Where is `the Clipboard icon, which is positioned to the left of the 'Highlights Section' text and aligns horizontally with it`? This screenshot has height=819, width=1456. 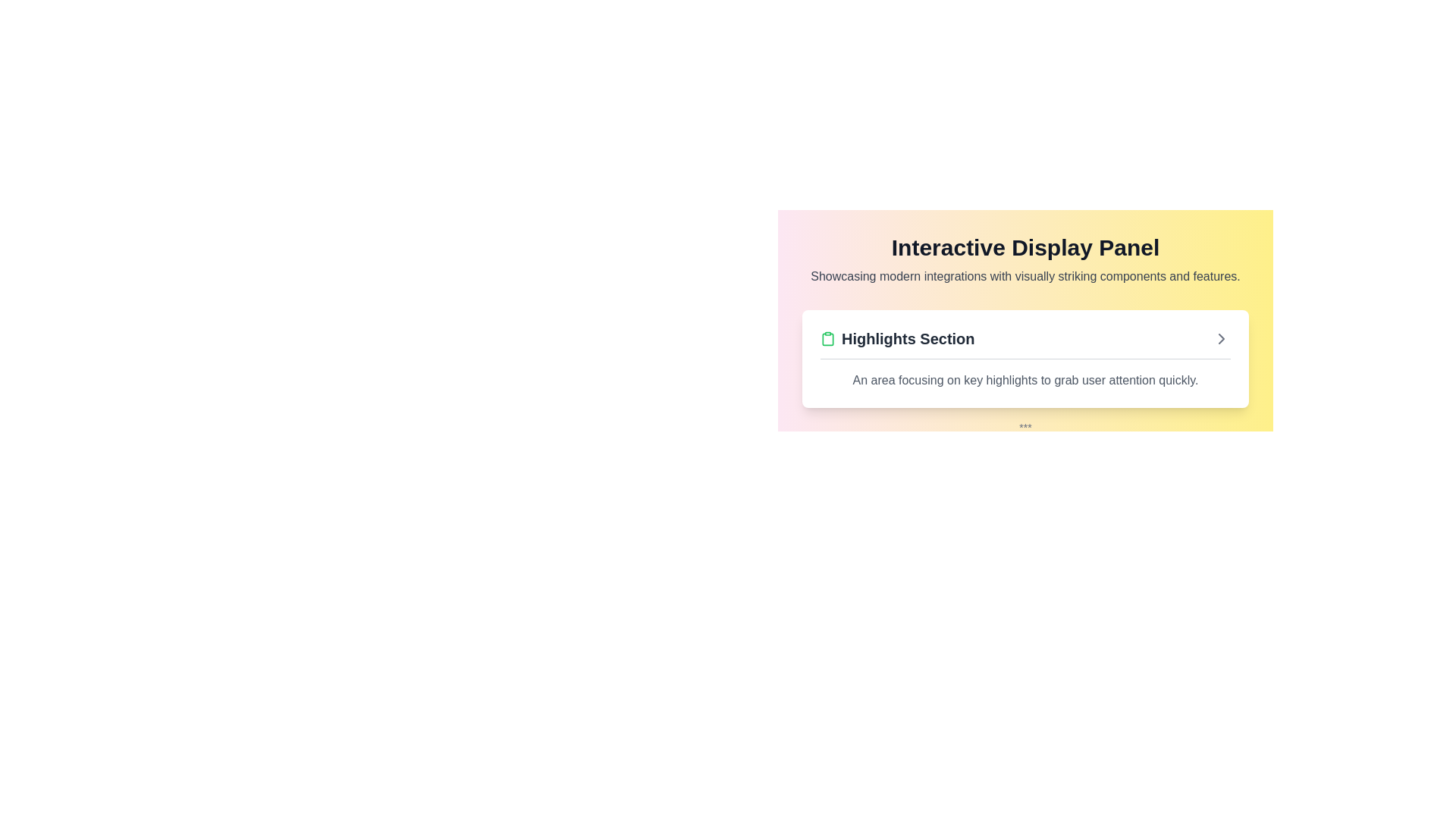
the Clipboard icon, which is positioned to the left of the 'Highlights Section' text and aligns horizontally with it is located at coordinates (827, 338).